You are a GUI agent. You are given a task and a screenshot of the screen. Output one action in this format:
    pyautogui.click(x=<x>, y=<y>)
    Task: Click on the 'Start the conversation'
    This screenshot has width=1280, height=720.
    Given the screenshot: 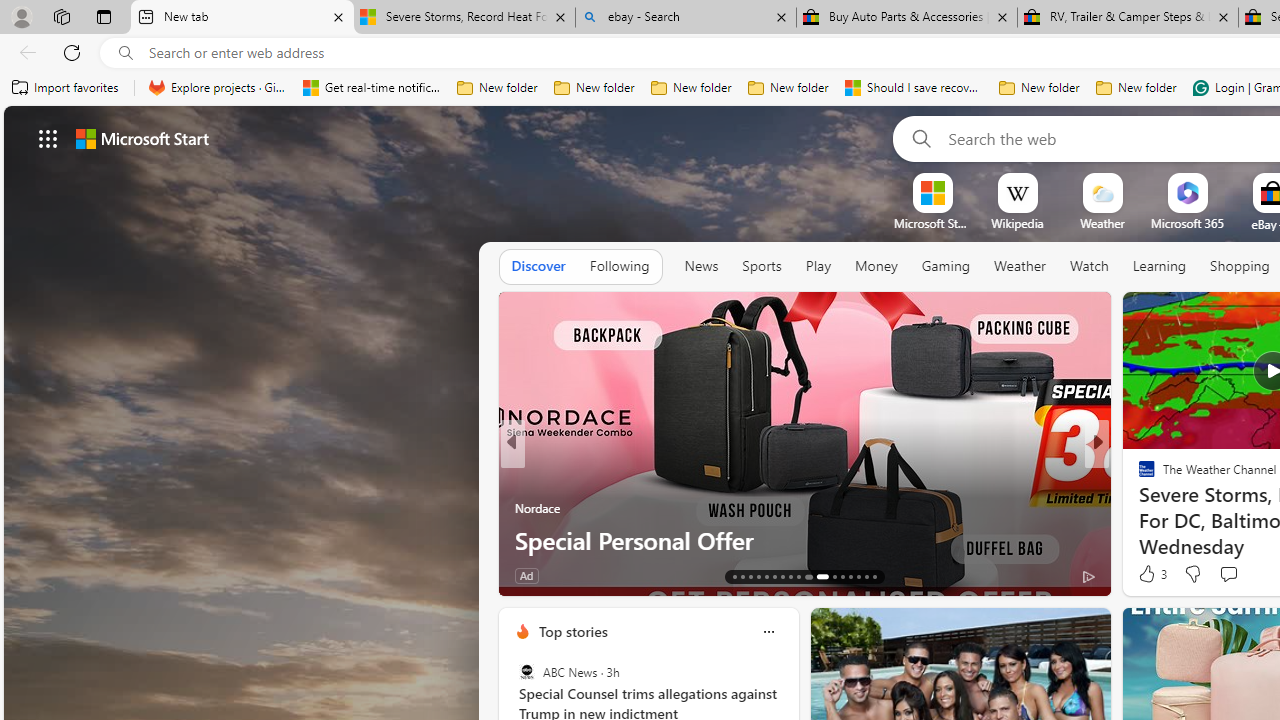 What is the action you would take?
    pyautogui.click(x=1227, y=574)
    